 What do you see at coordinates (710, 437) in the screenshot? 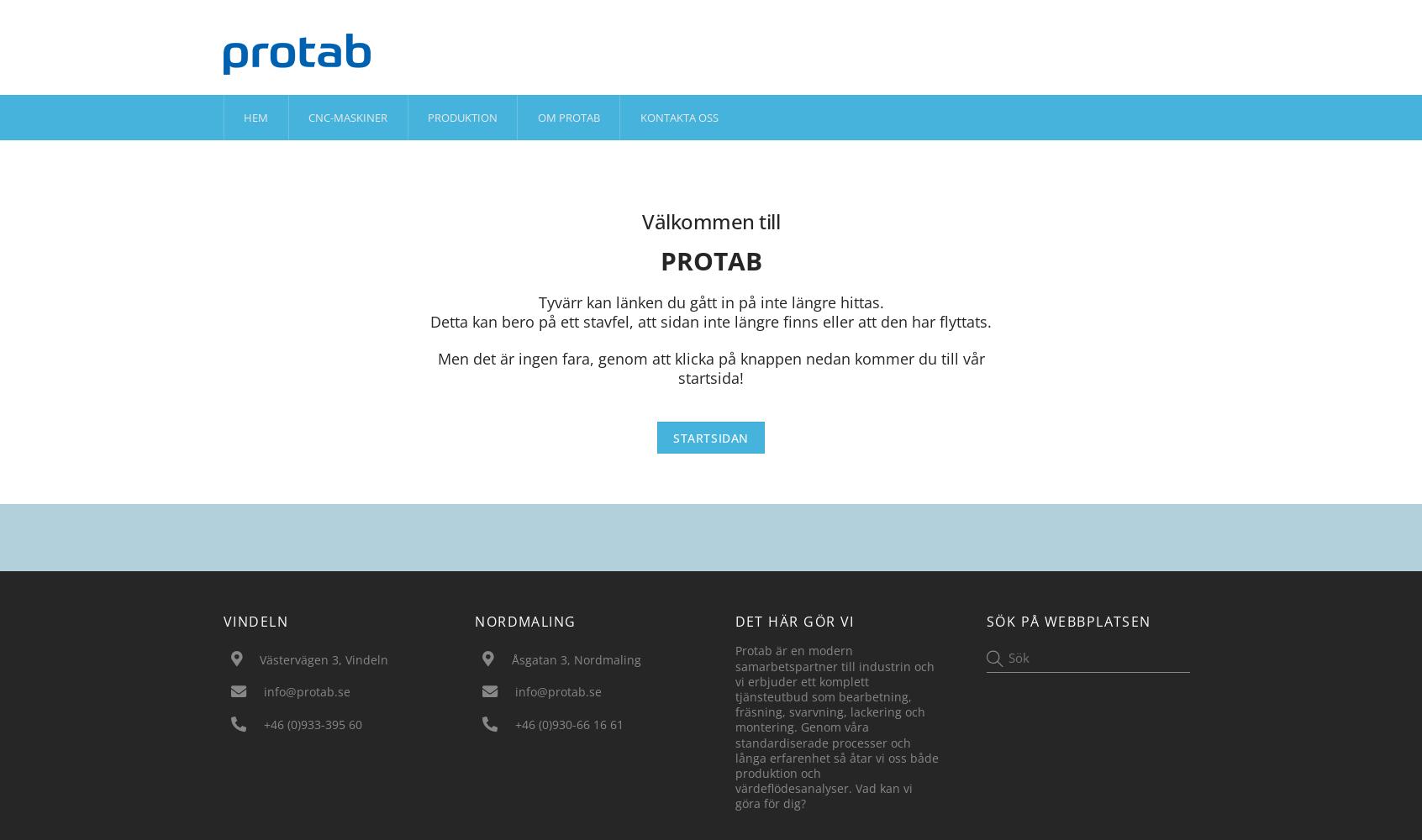
I see `'Startsidan'` at bounding box center [710, 437].